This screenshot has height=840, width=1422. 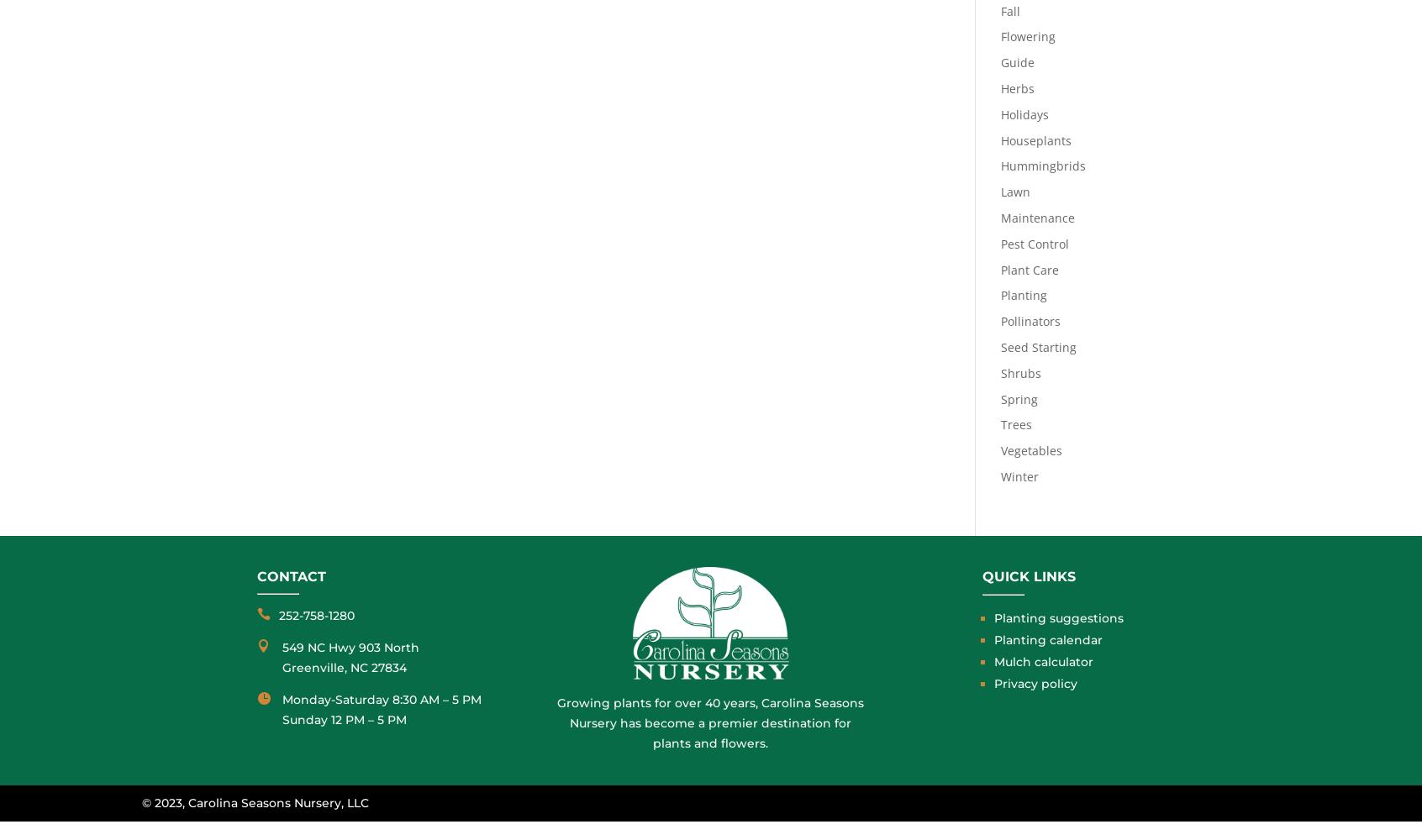 I want to click on 'Vegetables', so click(x=1030, y=450).